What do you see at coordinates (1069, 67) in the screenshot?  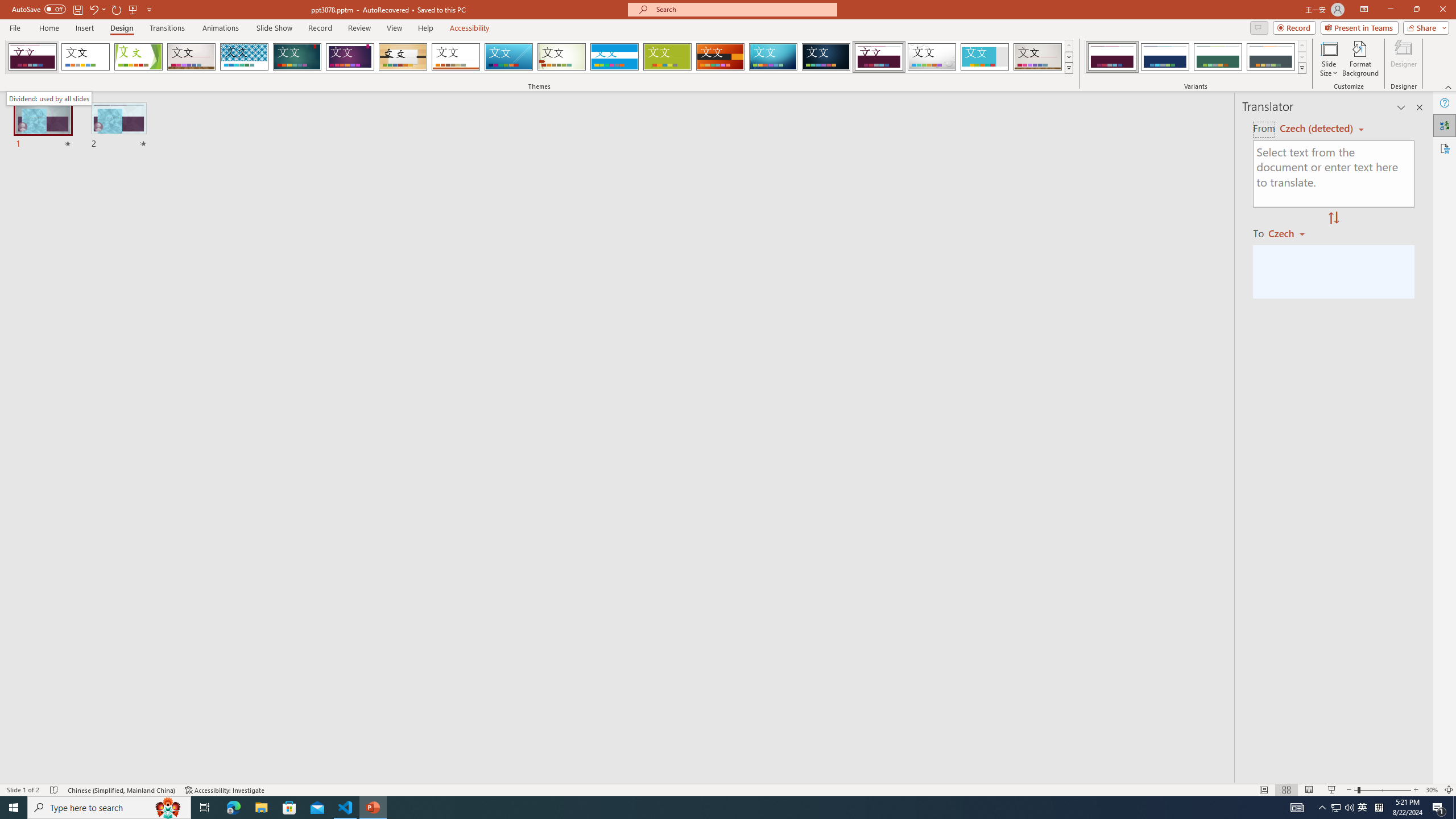 I see `'Themes'` at bounding box center [1069, 67].